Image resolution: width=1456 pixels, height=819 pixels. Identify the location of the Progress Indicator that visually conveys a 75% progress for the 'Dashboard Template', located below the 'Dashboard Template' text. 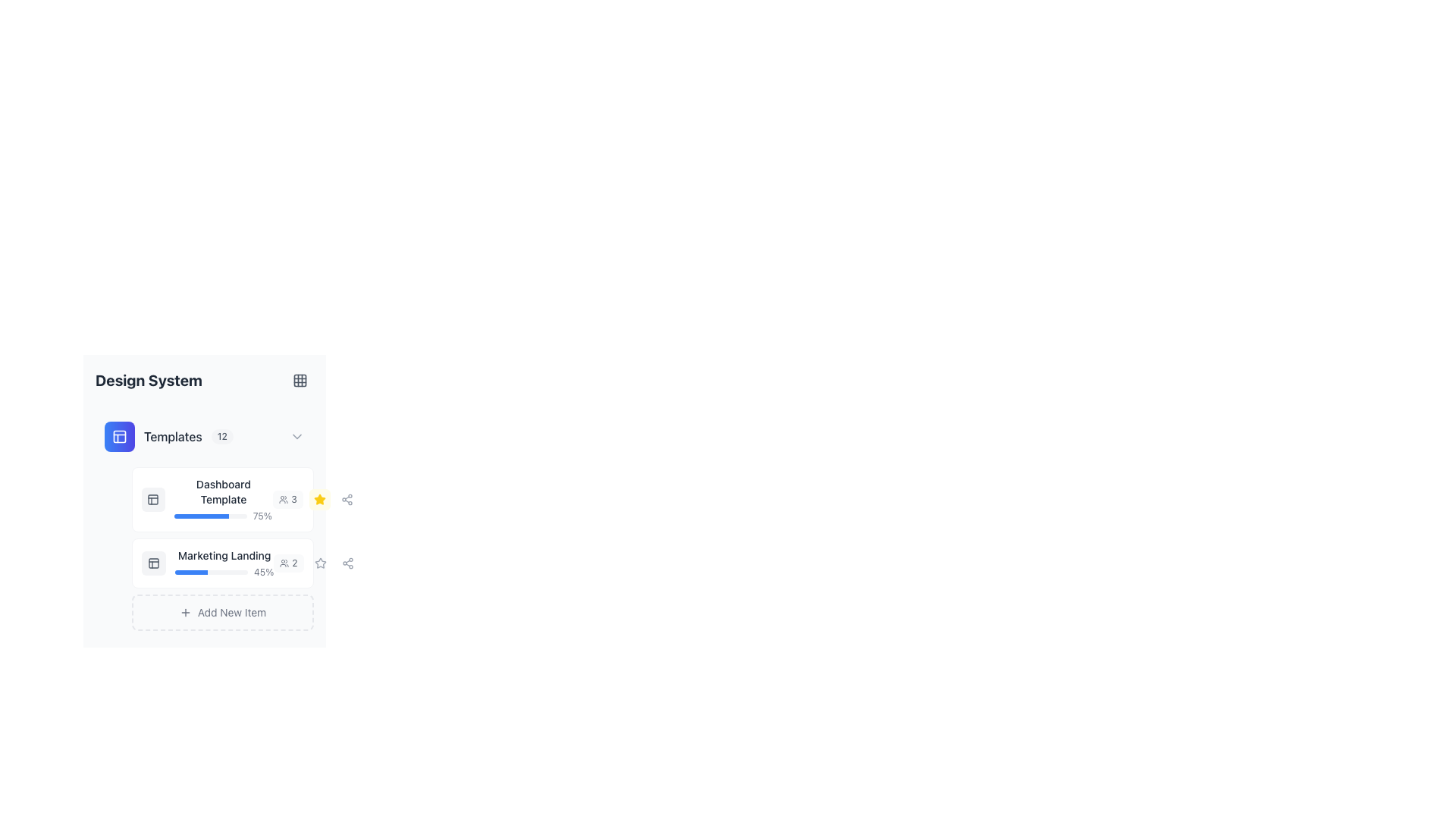
(222, 516).